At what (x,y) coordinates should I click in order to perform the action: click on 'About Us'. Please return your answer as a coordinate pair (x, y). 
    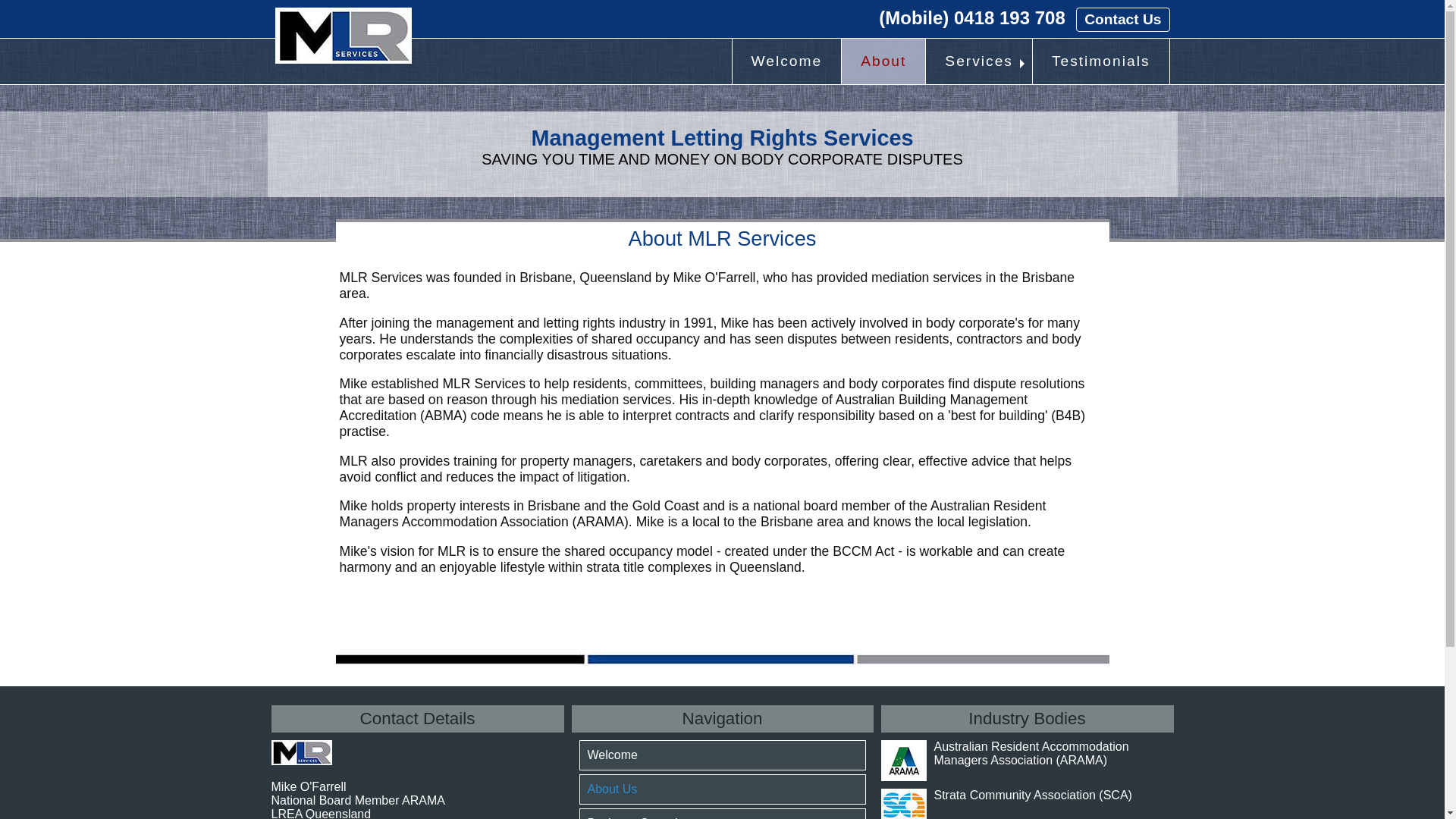
    Looking at the image, I should click on (722, 789).